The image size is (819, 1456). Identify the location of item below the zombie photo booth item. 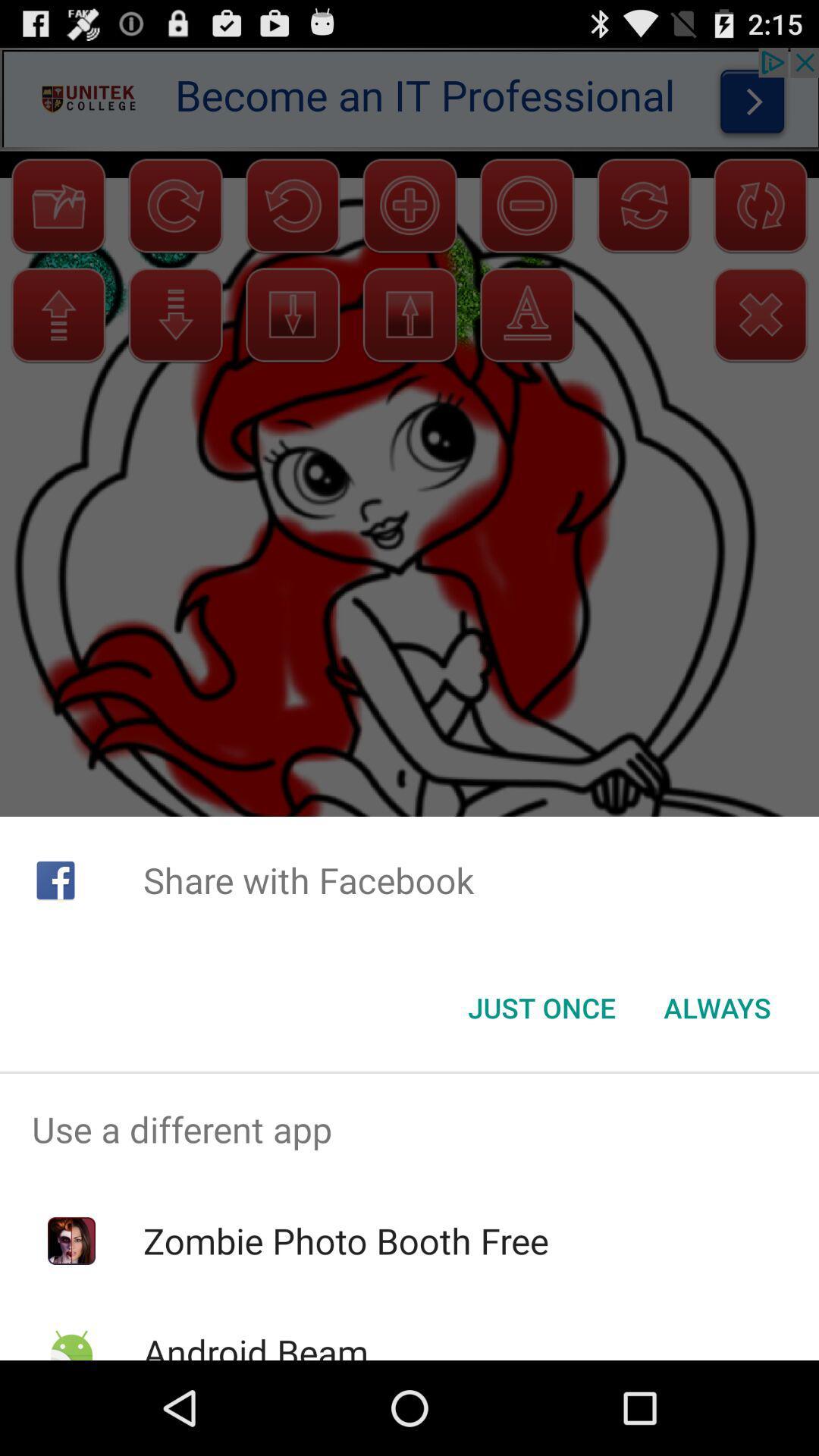
(255, 1344).